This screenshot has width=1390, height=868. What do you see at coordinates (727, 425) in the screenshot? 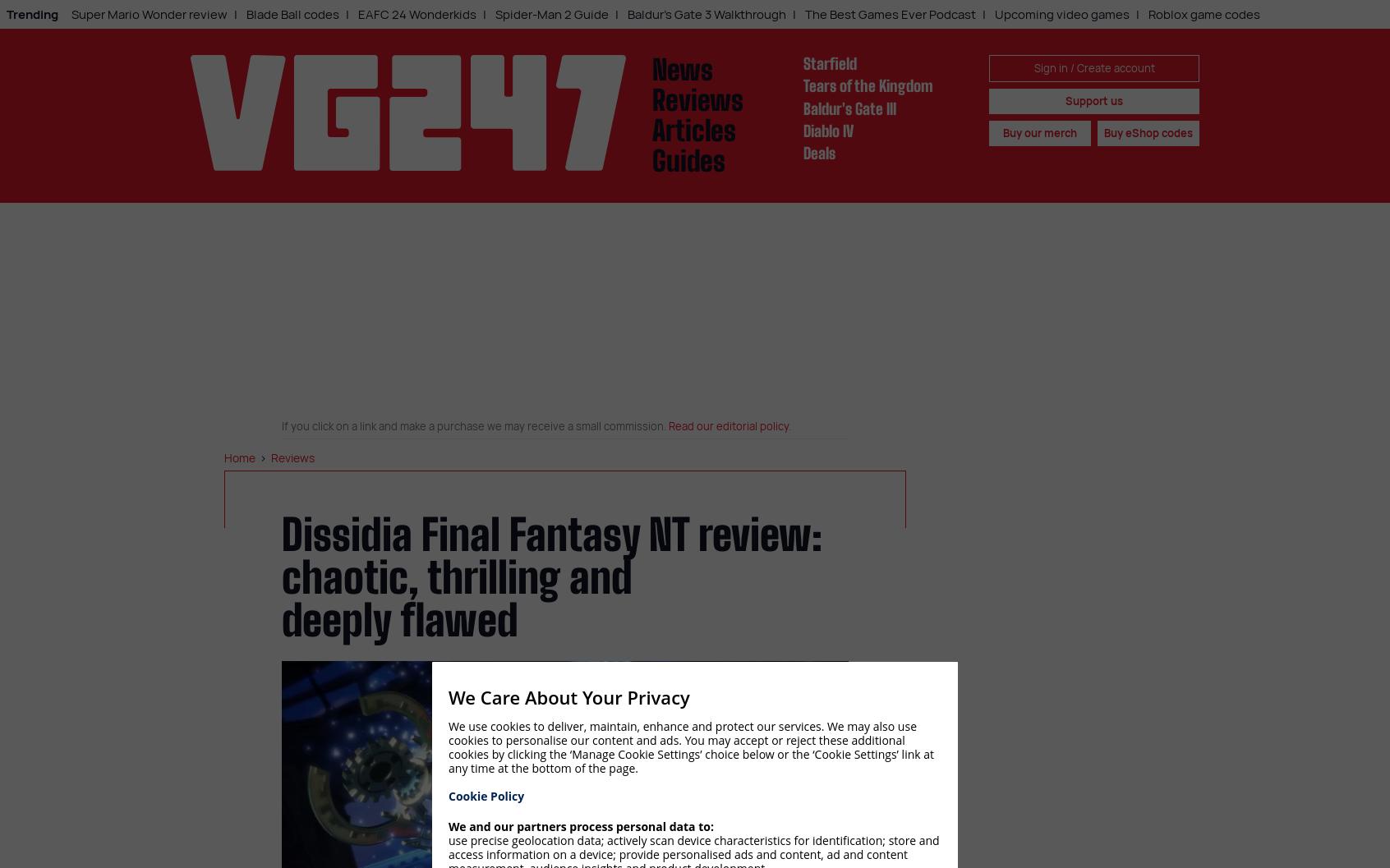
I see `'Read our editorial policy'` at bounding box center [727, 425].